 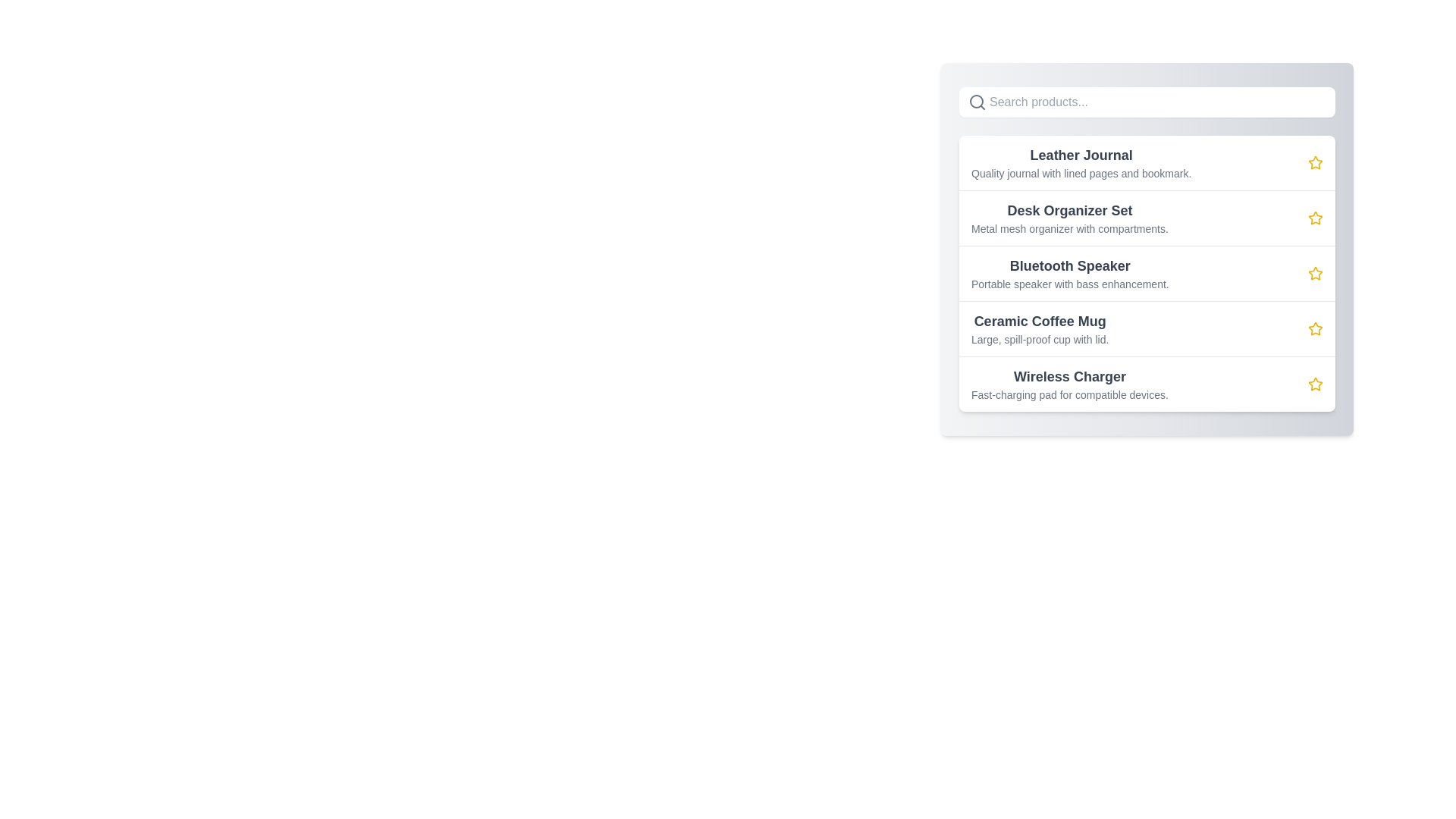 I want to click on the yellow star icon outlined with a thin border, which is the rightmost component of the third list item titled 'Bluetooth Speaker', so click(x=1314, y=274).